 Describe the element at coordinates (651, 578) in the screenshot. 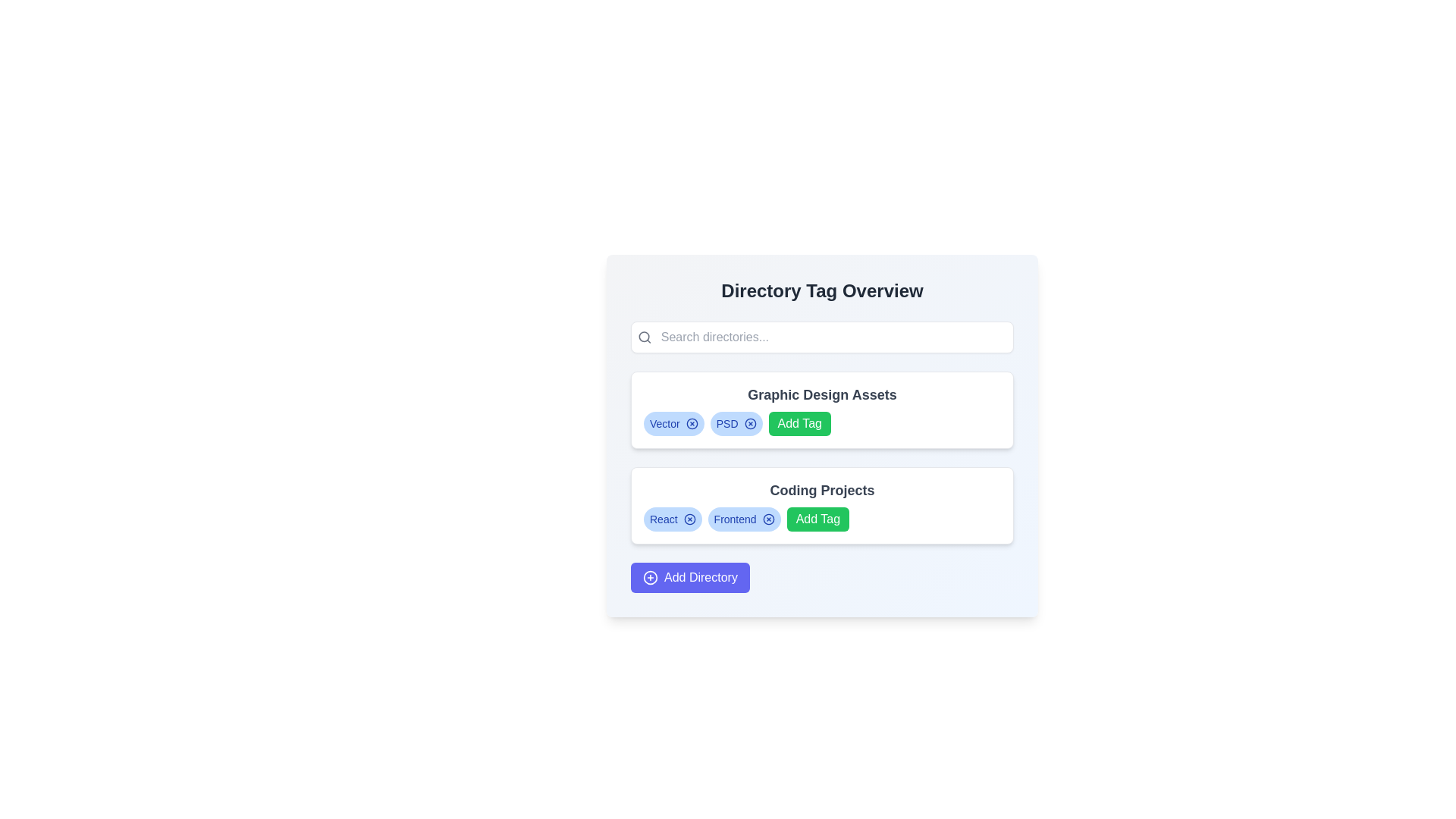

I see `the SVG ellipse (circle) icon to the left of the 'Add Directory' button to invoke a special interaction` at that location.